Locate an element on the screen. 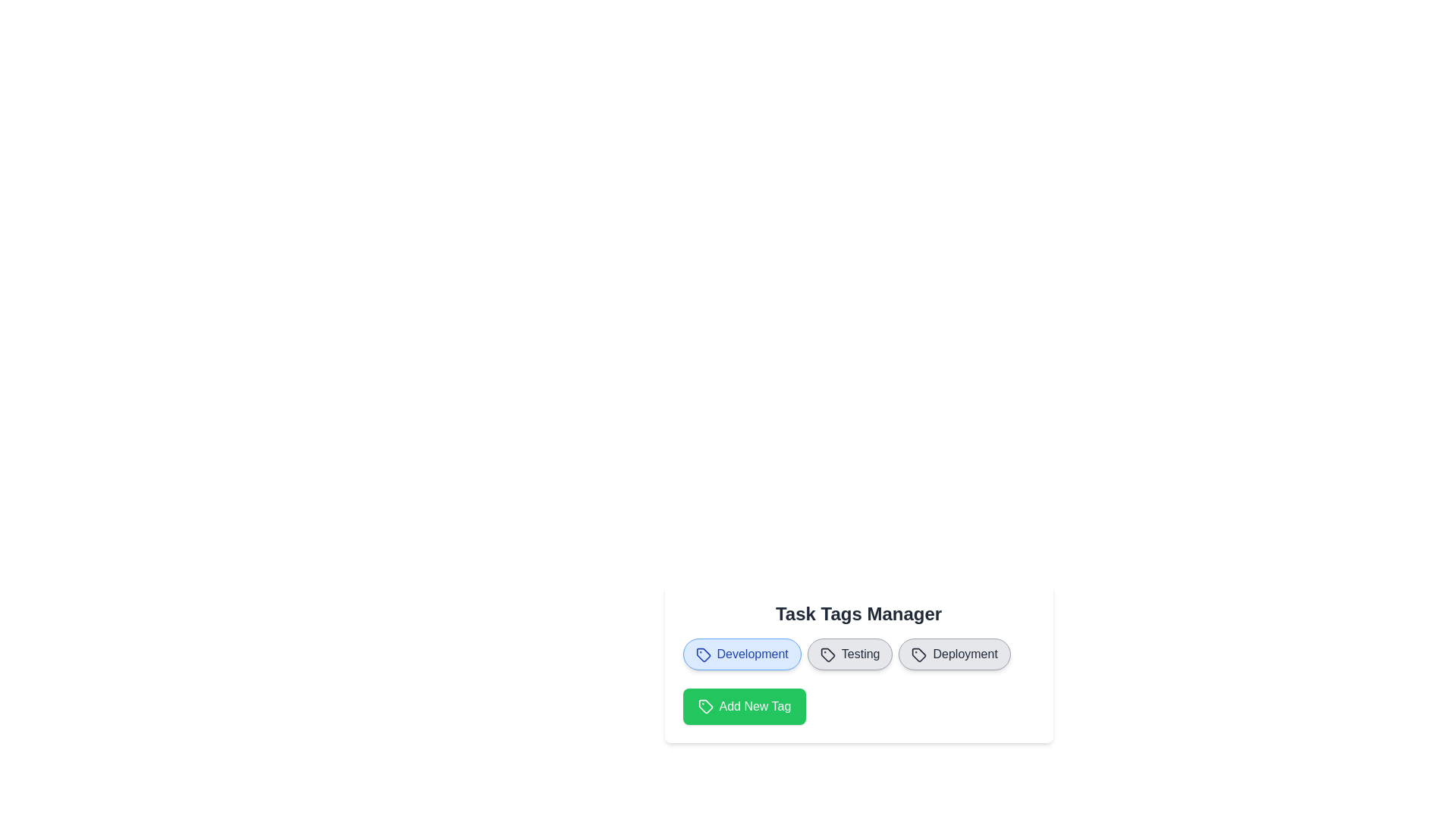 This screenshot has height=819, width=1456. the second graphical icon representing the 'Testing' tag in the 'Task Tags Manager' section to interact with it is located at coordinates (827, 654).